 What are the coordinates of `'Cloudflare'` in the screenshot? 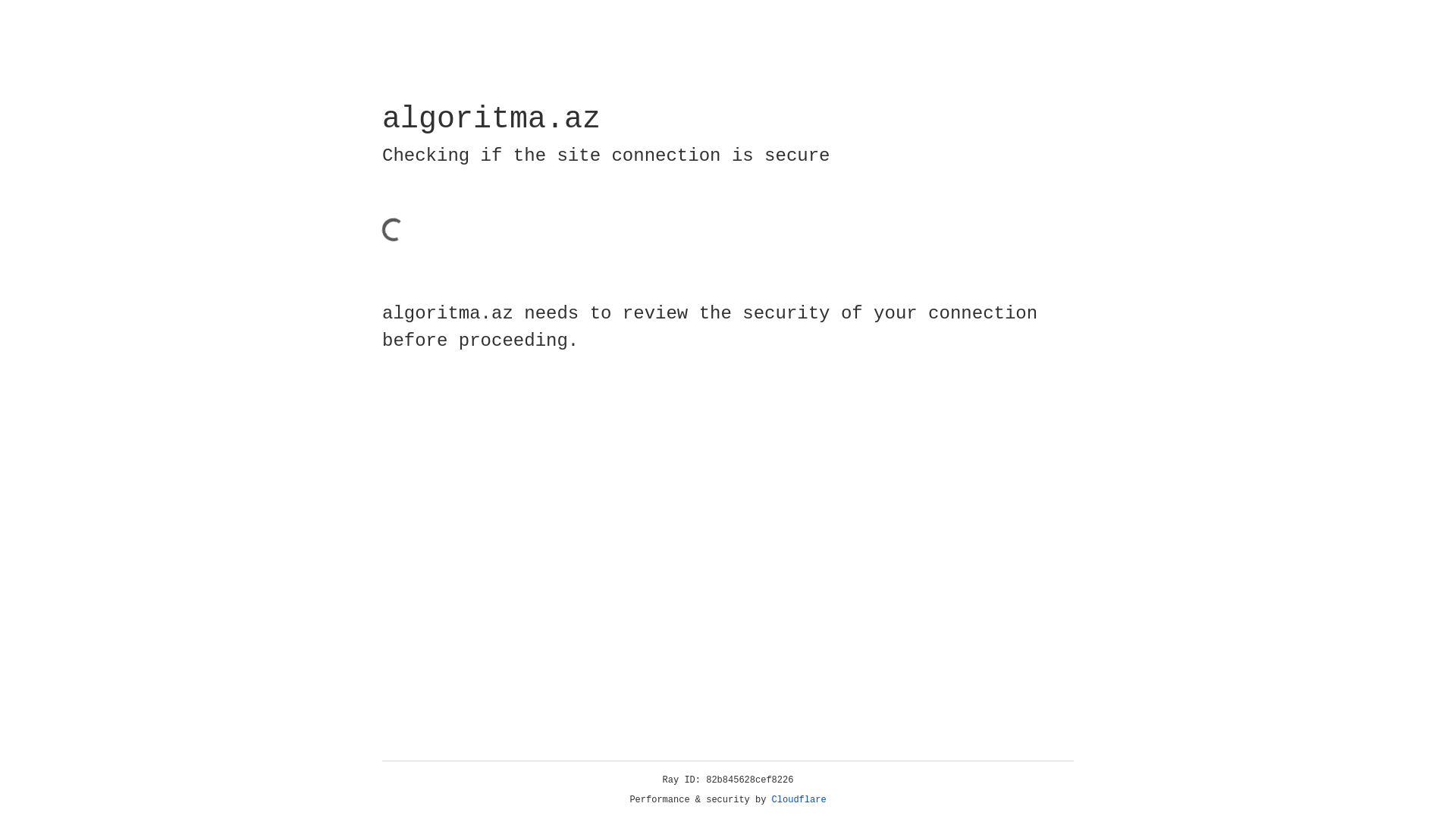 It's located at (771, 799).